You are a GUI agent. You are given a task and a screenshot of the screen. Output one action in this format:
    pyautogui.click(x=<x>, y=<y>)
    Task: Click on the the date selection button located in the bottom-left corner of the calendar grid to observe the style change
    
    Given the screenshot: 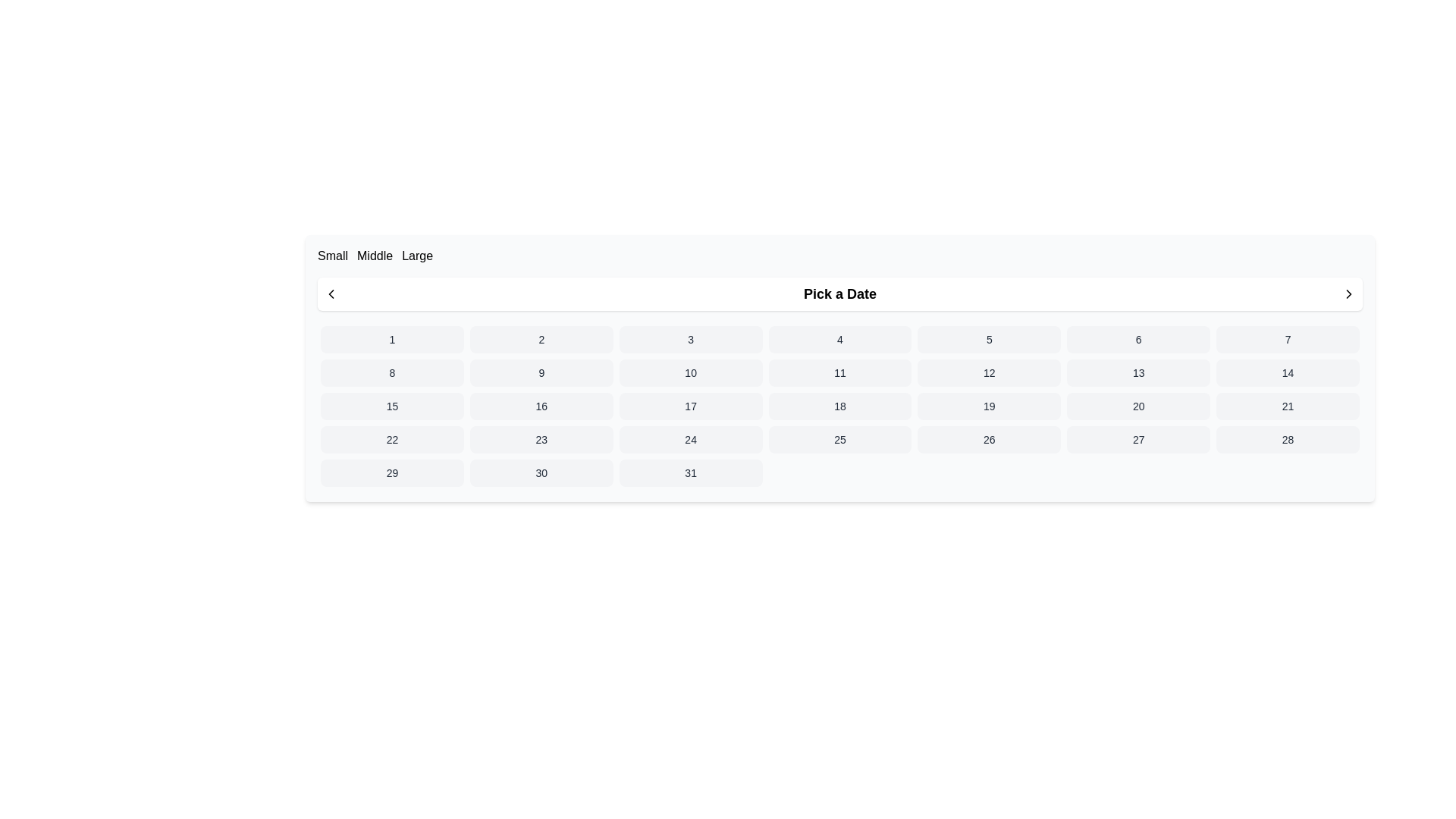 What is the action you would take?
    pyautogui.click(x=392, y=472)
    